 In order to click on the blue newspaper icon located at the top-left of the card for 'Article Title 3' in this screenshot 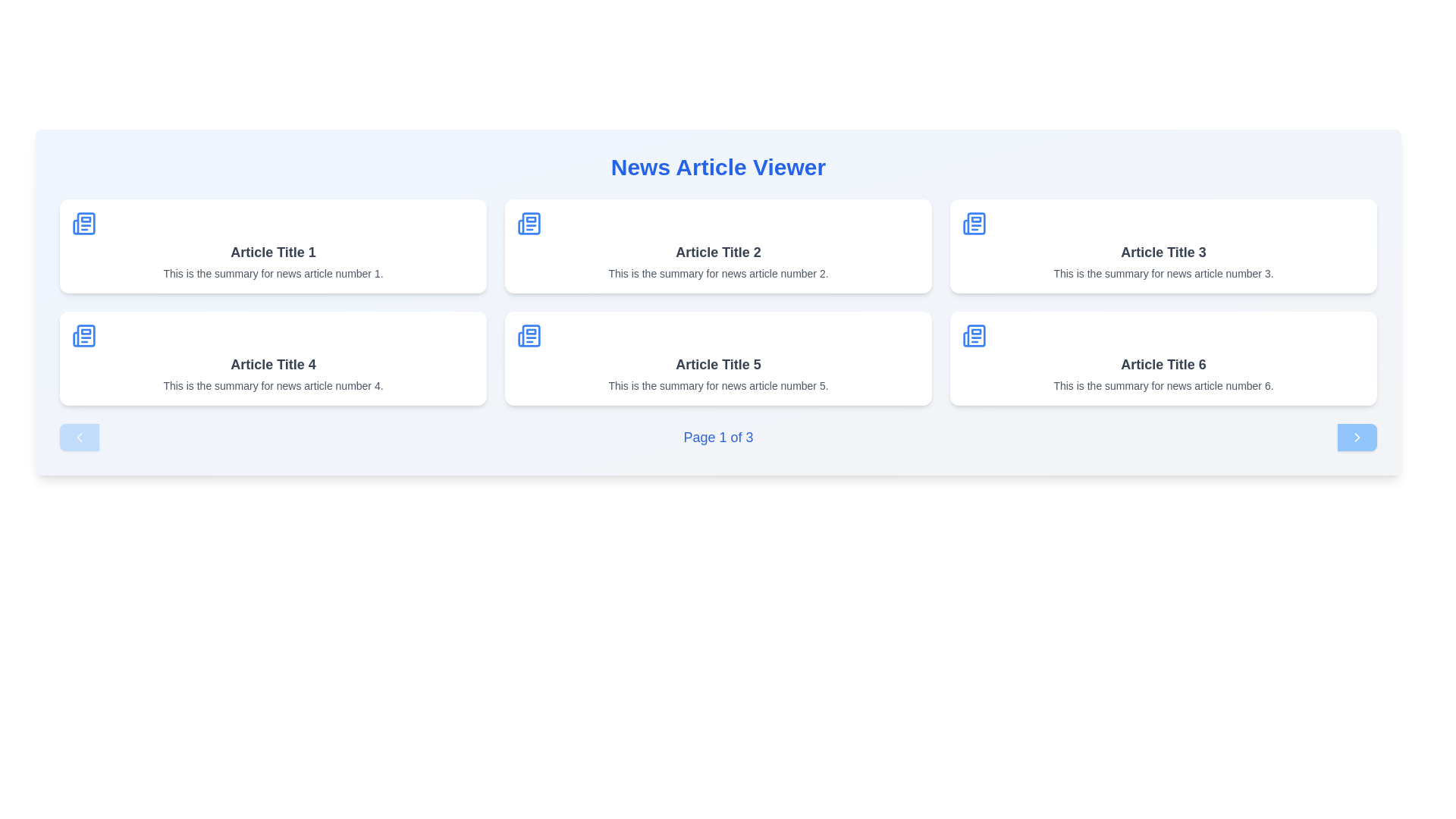, I will do `click(974, 223)`.